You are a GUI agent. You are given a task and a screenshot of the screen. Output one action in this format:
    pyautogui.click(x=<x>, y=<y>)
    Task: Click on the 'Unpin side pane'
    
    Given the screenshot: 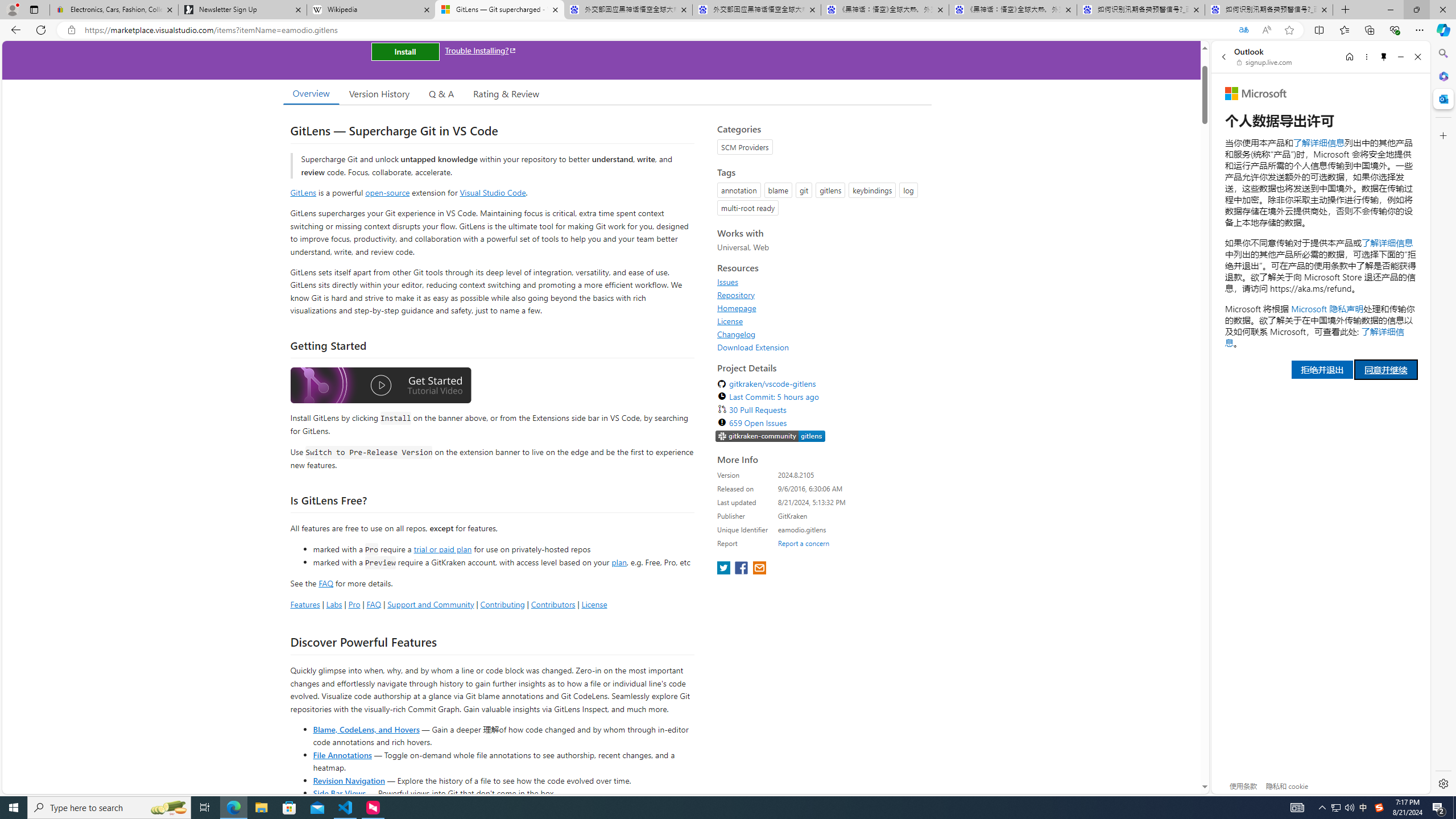 What is the action you would take?
    pyautogui.click(x=1384, y=56)
    